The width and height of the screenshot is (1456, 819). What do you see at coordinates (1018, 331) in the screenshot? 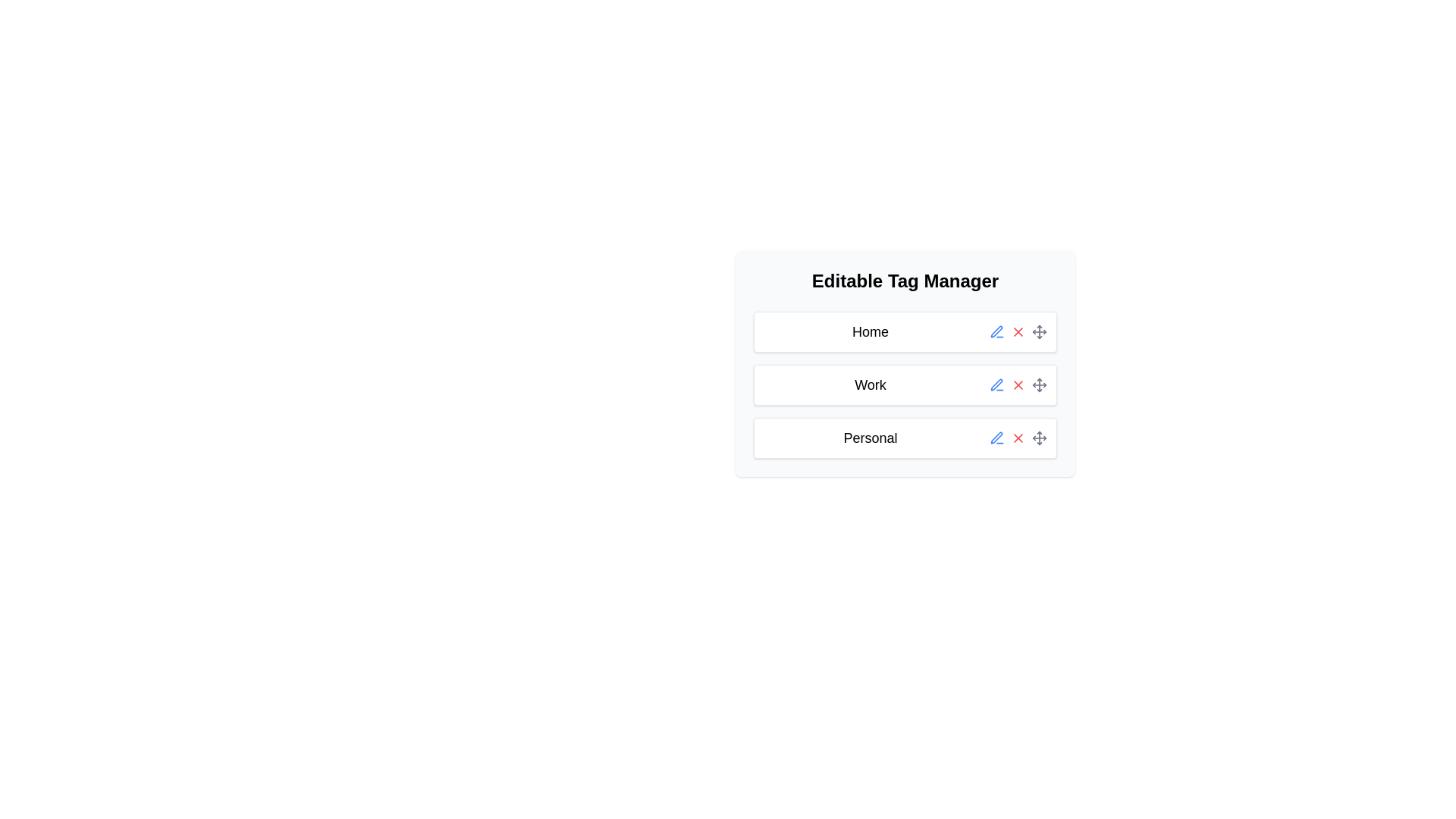
I see `the delete button associated with the 'Home' item in the 'Editable Tag Manager' section` at bounding box center [1018, 331].